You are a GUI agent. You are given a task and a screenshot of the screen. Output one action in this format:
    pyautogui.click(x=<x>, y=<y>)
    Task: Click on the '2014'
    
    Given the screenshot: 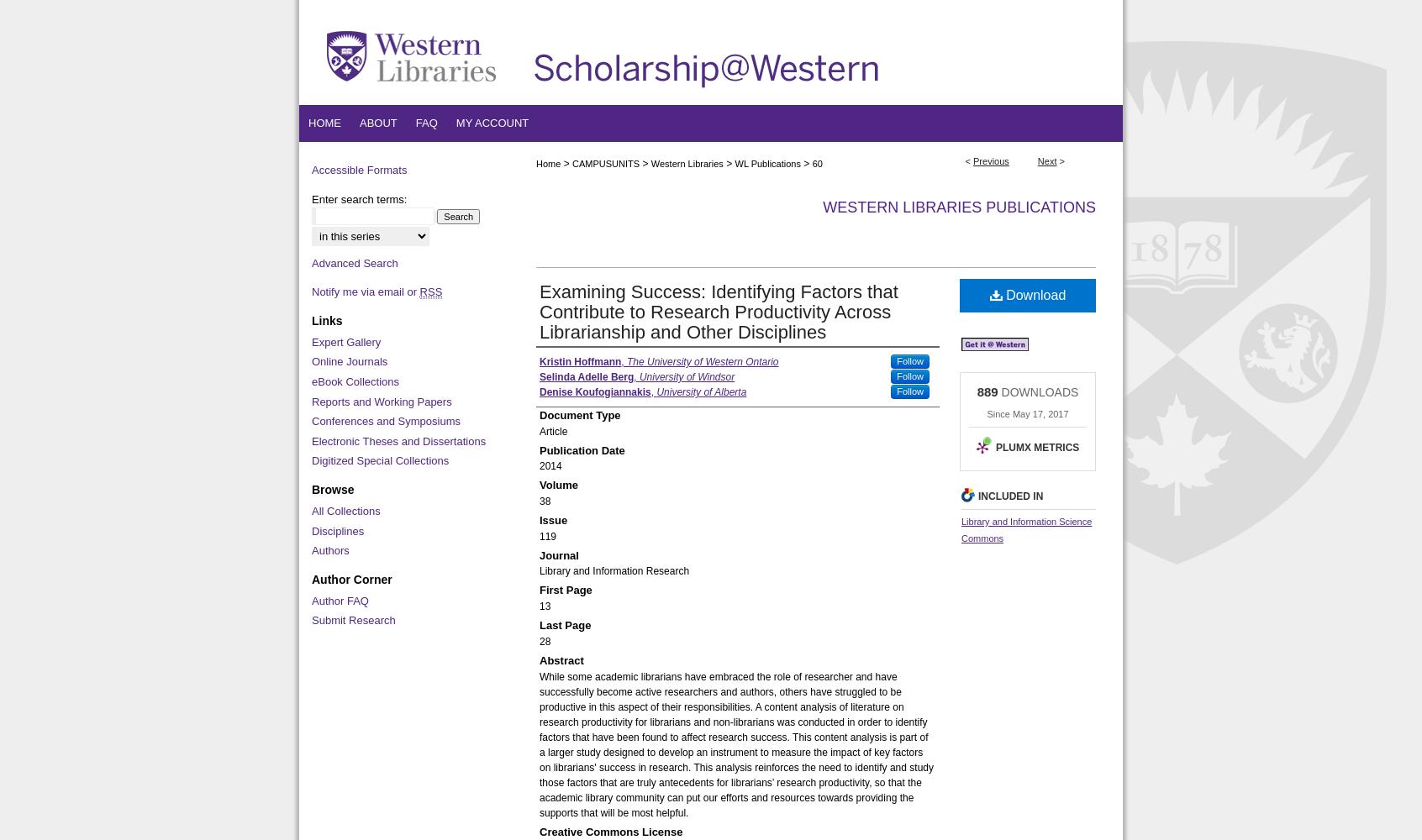 What is the action you would take?
    pyautogui.click(x=550, y=466)
    